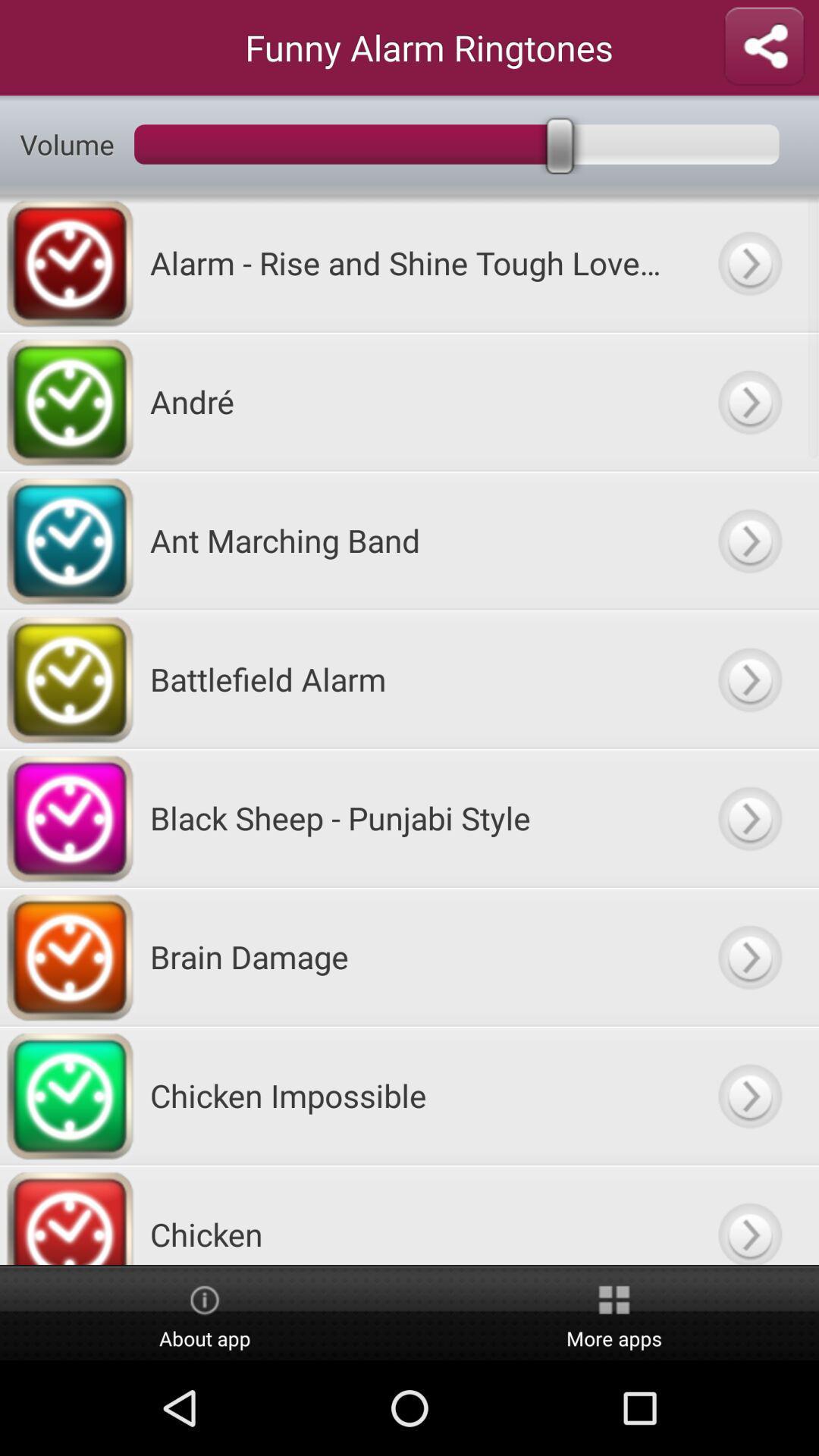 The image size is (819, 1456). I want to click on next, so click(748, 817).